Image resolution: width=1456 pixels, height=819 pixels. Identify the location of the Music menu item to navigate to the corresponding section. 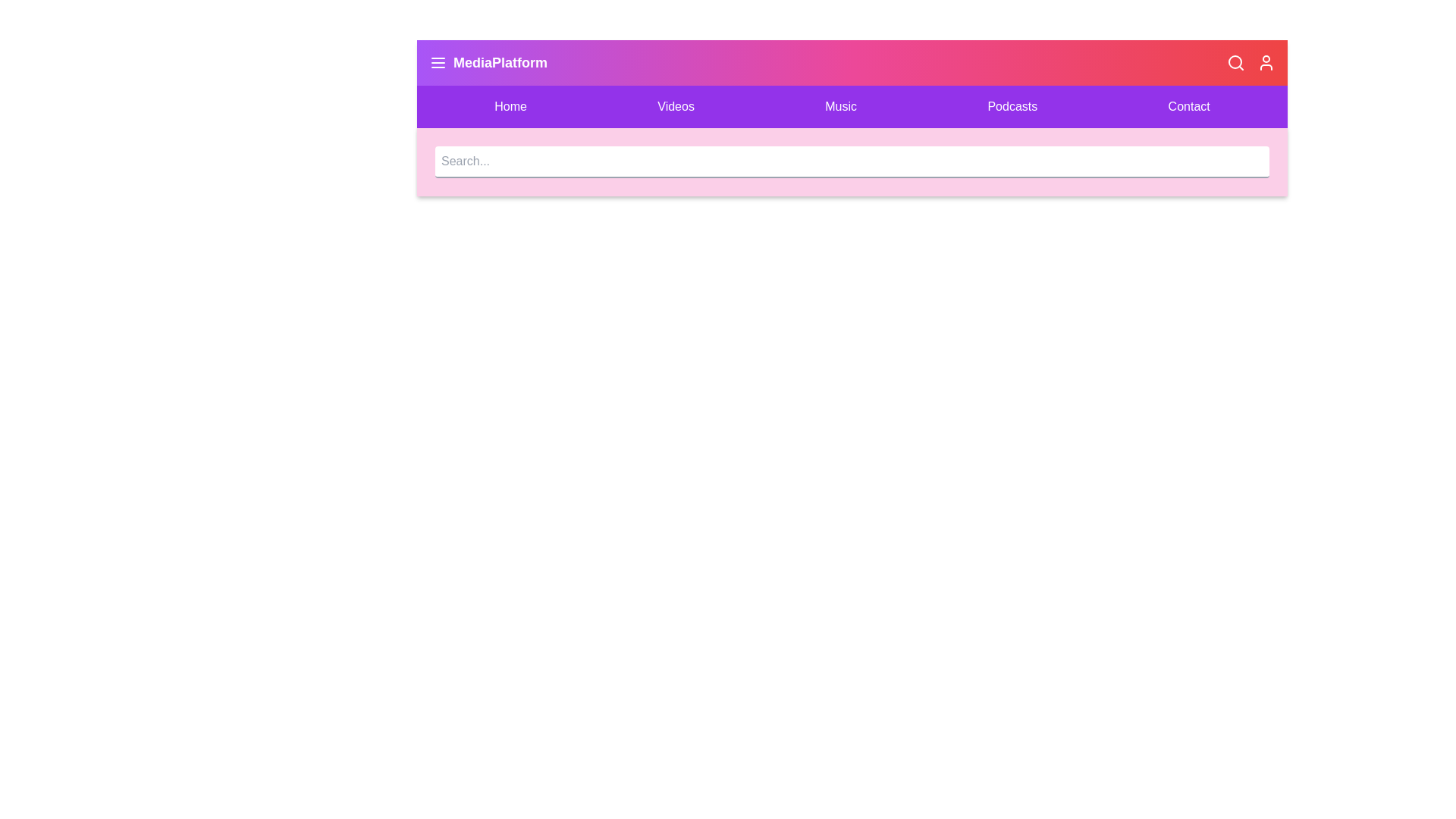
(839, 106).